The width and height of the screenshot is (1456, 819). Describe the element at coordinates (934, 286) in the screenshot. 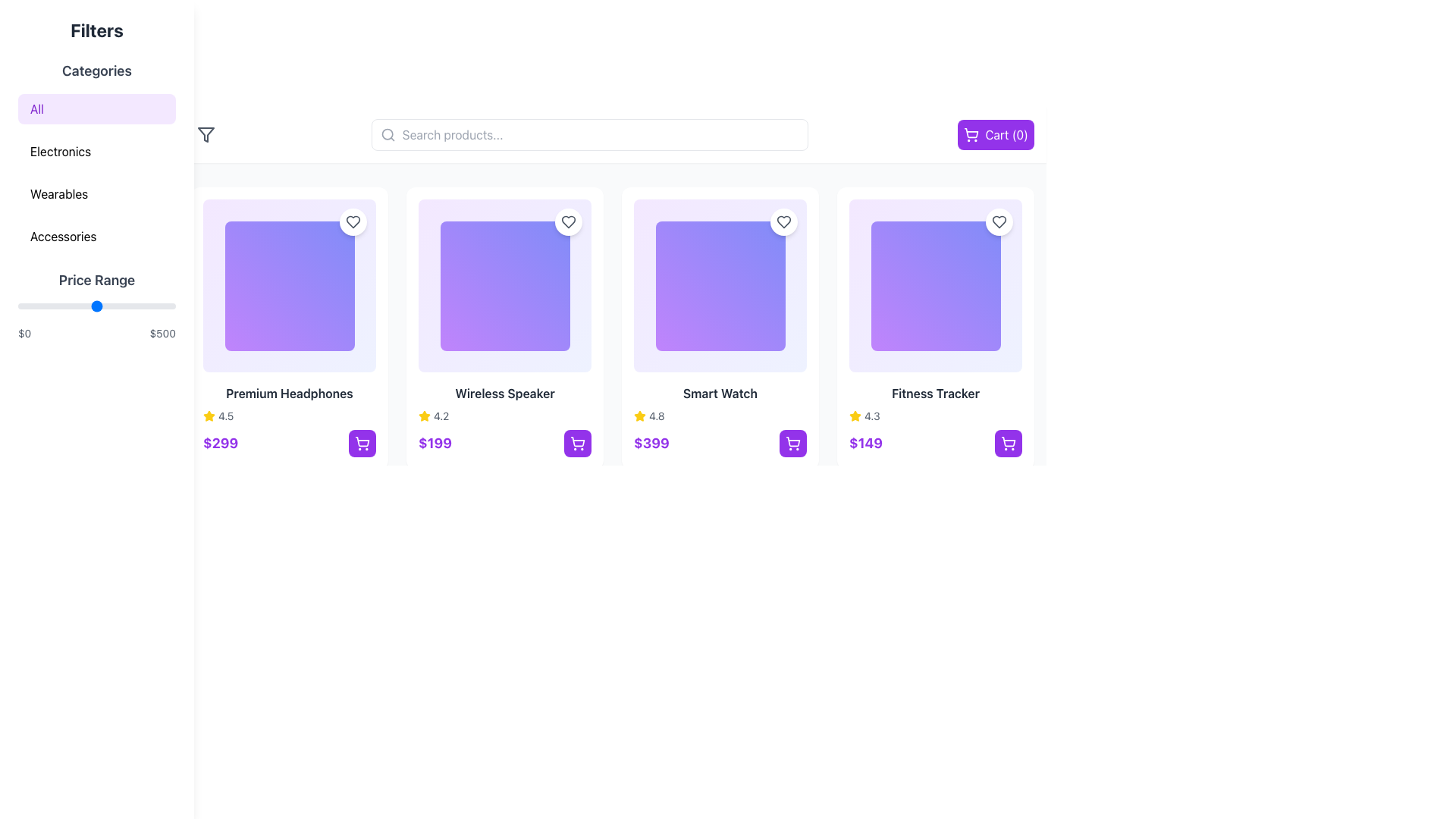

I see `the Decorative gradient square located at the upper region of the 'Fitness Tracker' product card, which features a light purple to indigo gradient and rounded corners` at that location.